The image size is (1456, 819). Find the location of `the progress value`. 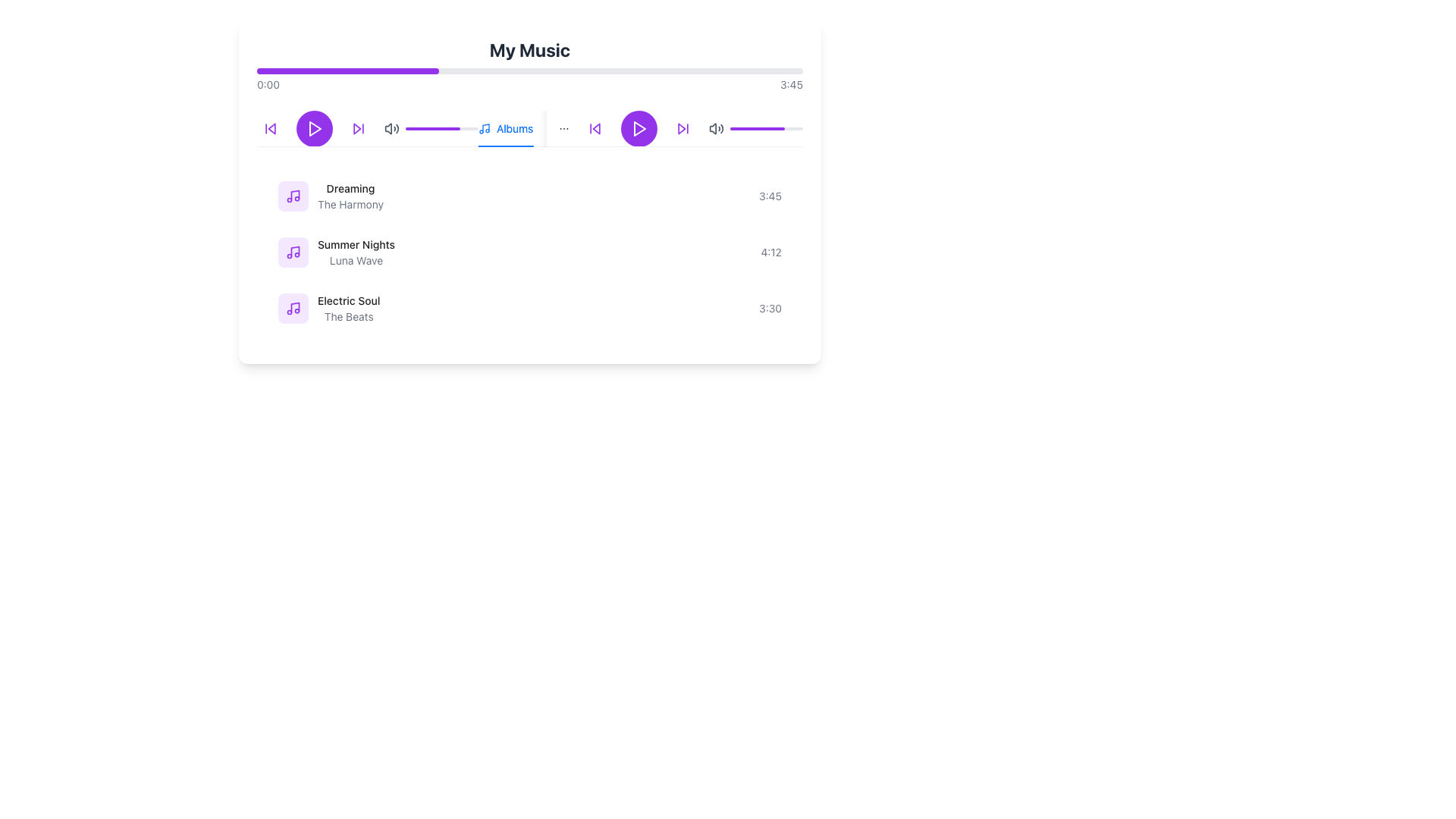

the progress value is located at coordinates (441, 127).